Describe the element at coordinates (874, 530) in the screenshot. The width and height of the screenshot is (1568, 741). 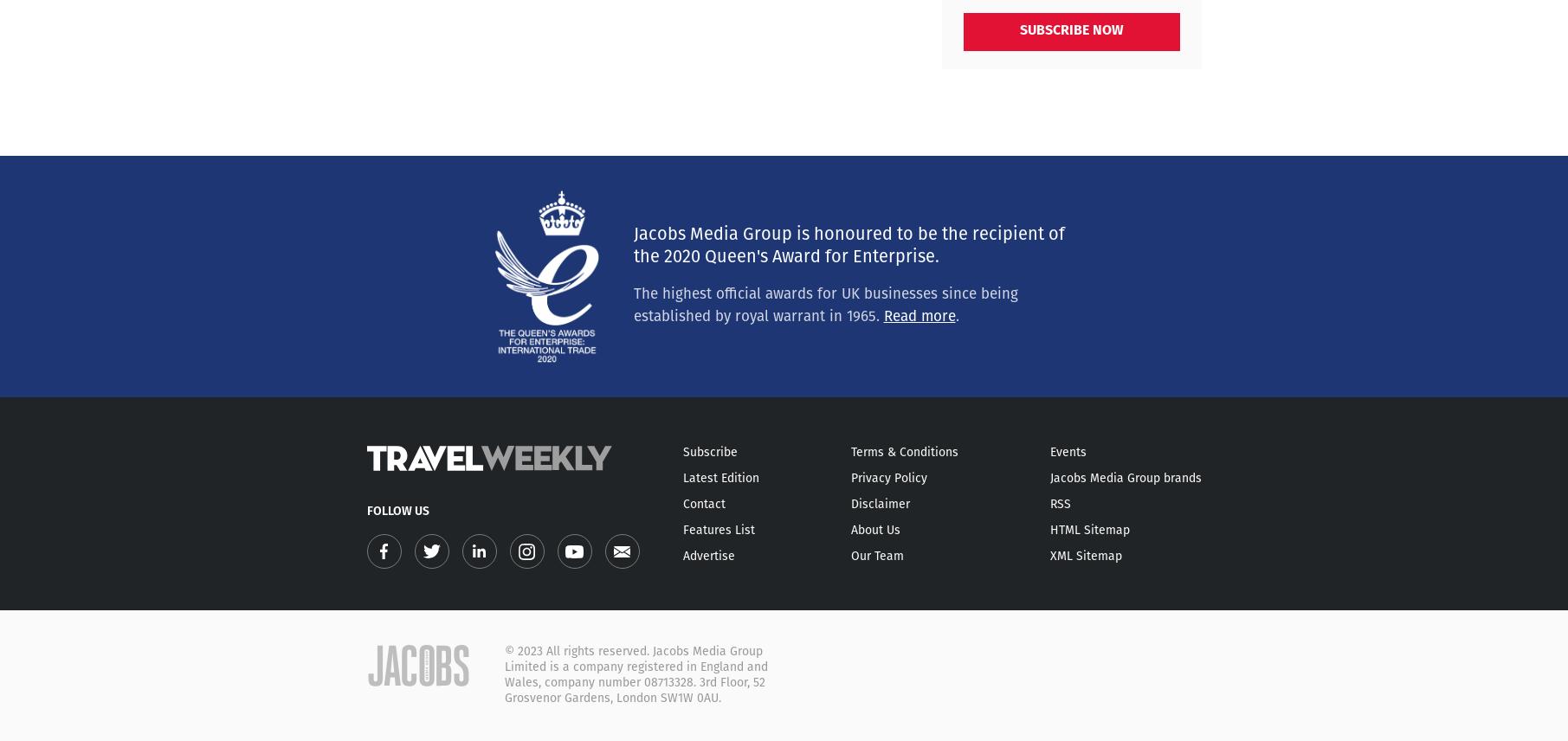
I see `'About Us'` at that location.